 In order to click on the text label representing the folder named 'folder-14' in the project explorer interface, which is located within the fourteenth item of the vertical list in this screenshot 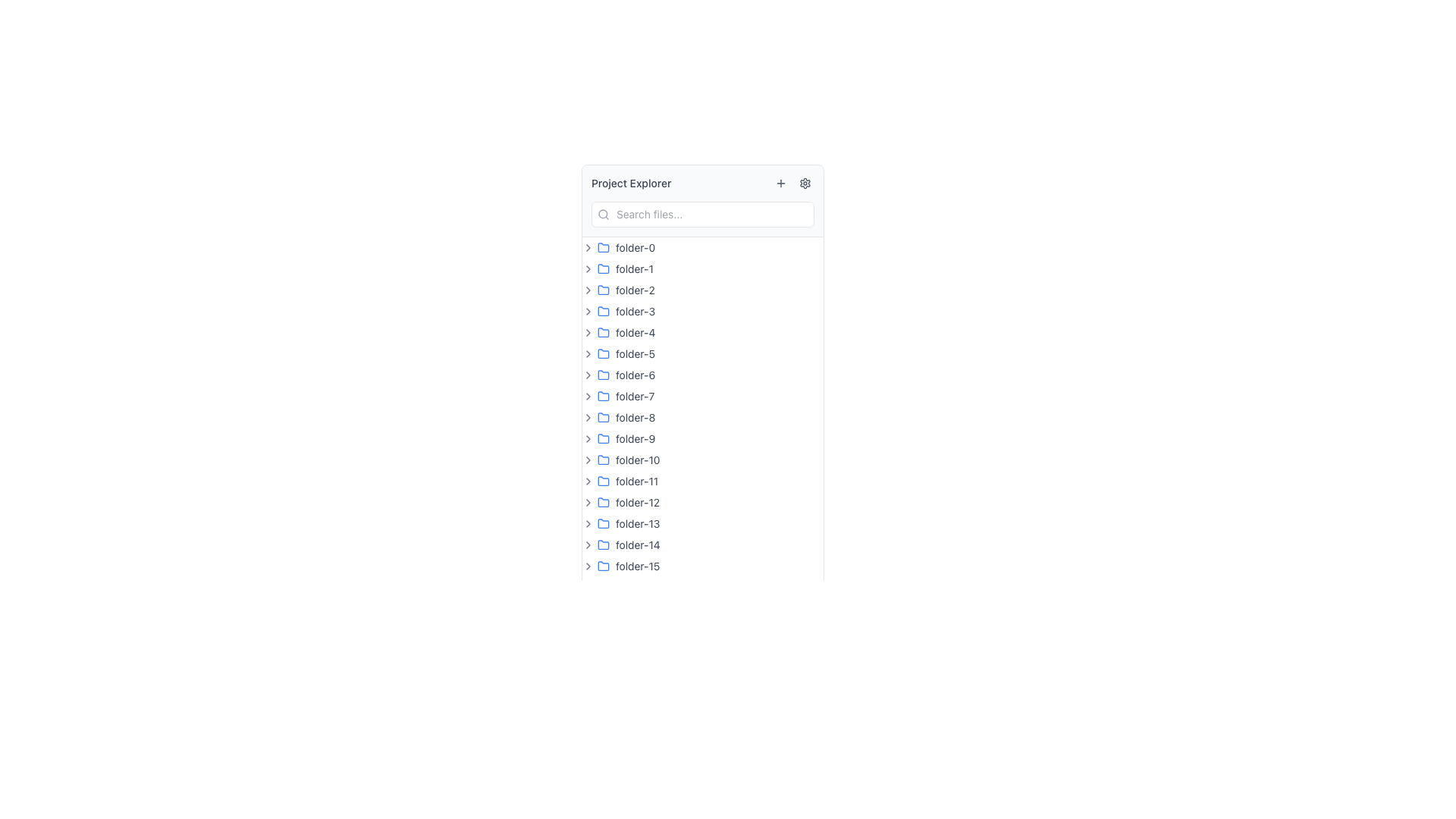, I will do `click(638, 544)`.